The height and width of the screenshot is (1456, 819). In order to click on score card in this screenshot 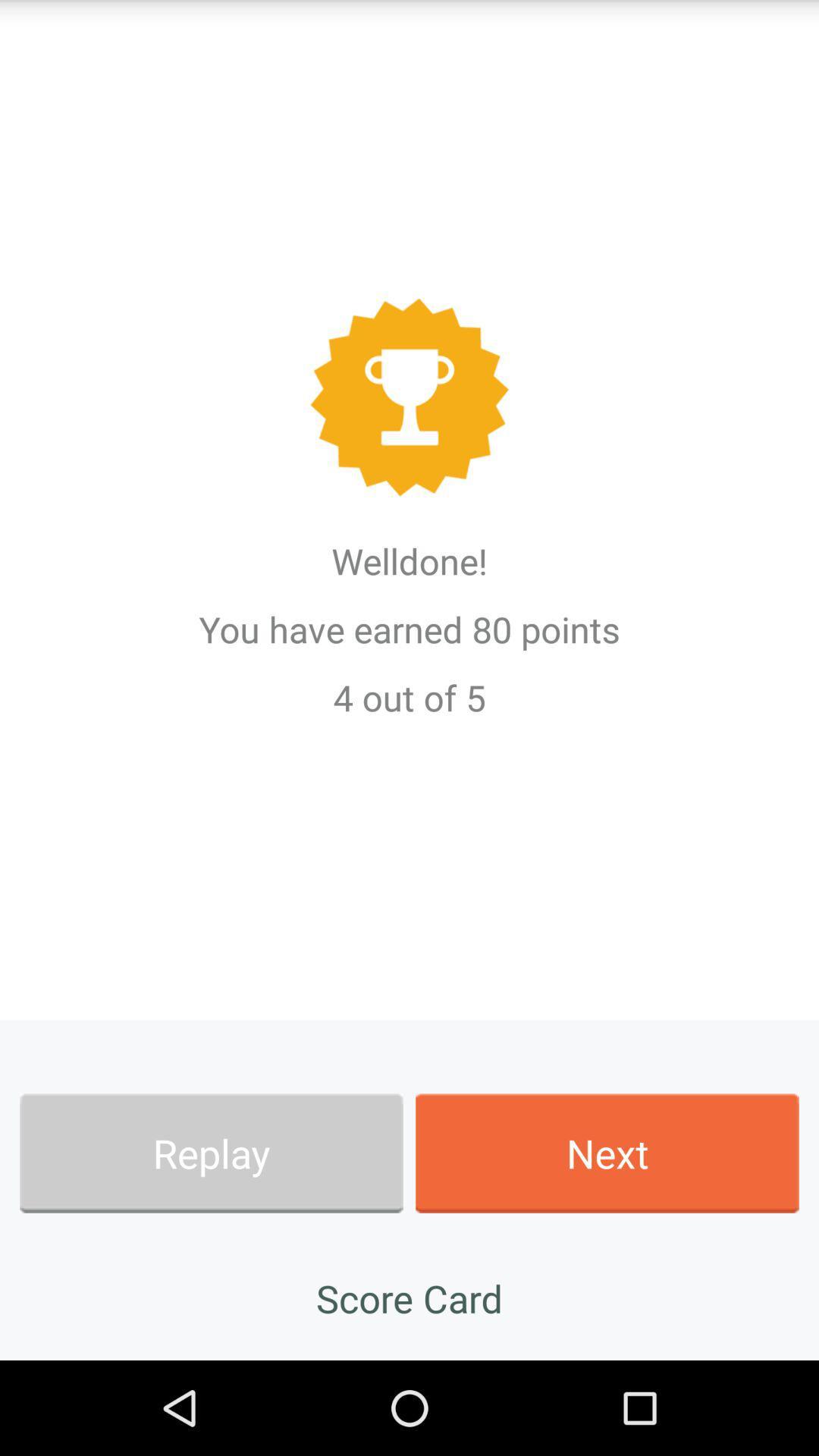, I will do `click(409, 1298)`.